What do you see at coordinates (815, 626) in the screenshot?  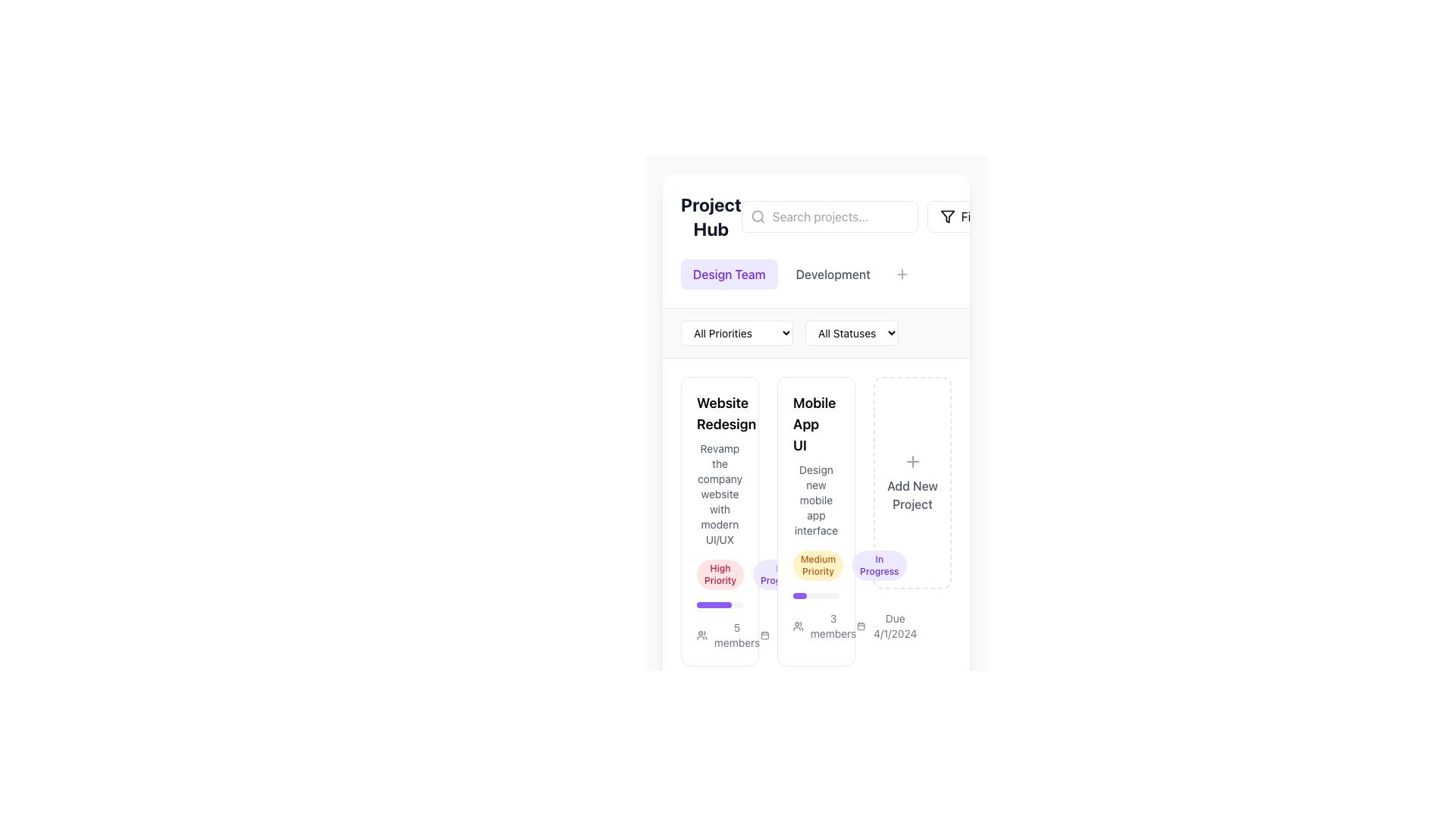 I see `the label displaying '3 members' with a gray font and an icon of two stylized human outlines, located above the progress bar in the 'Mobile App UI' card` at bounding box center [815, 626].